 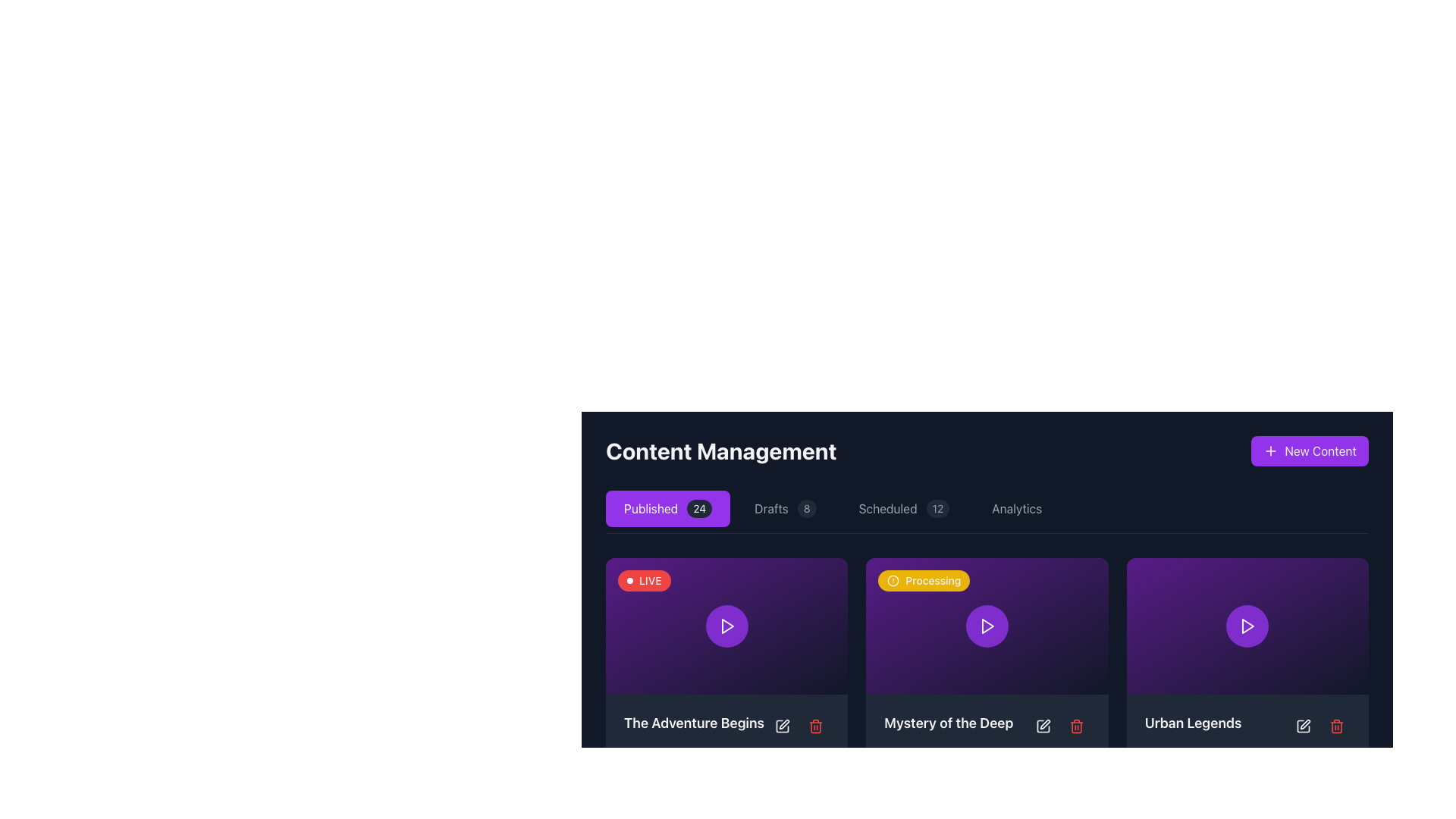 What do you see at coordinates (987, 626) in the screenshot?
I see `the button located in the middle card of three, directly below the 'Content Management' section and under the yellow 'Processing' tag to observe the visual effect` at bounding box center [987, 626].